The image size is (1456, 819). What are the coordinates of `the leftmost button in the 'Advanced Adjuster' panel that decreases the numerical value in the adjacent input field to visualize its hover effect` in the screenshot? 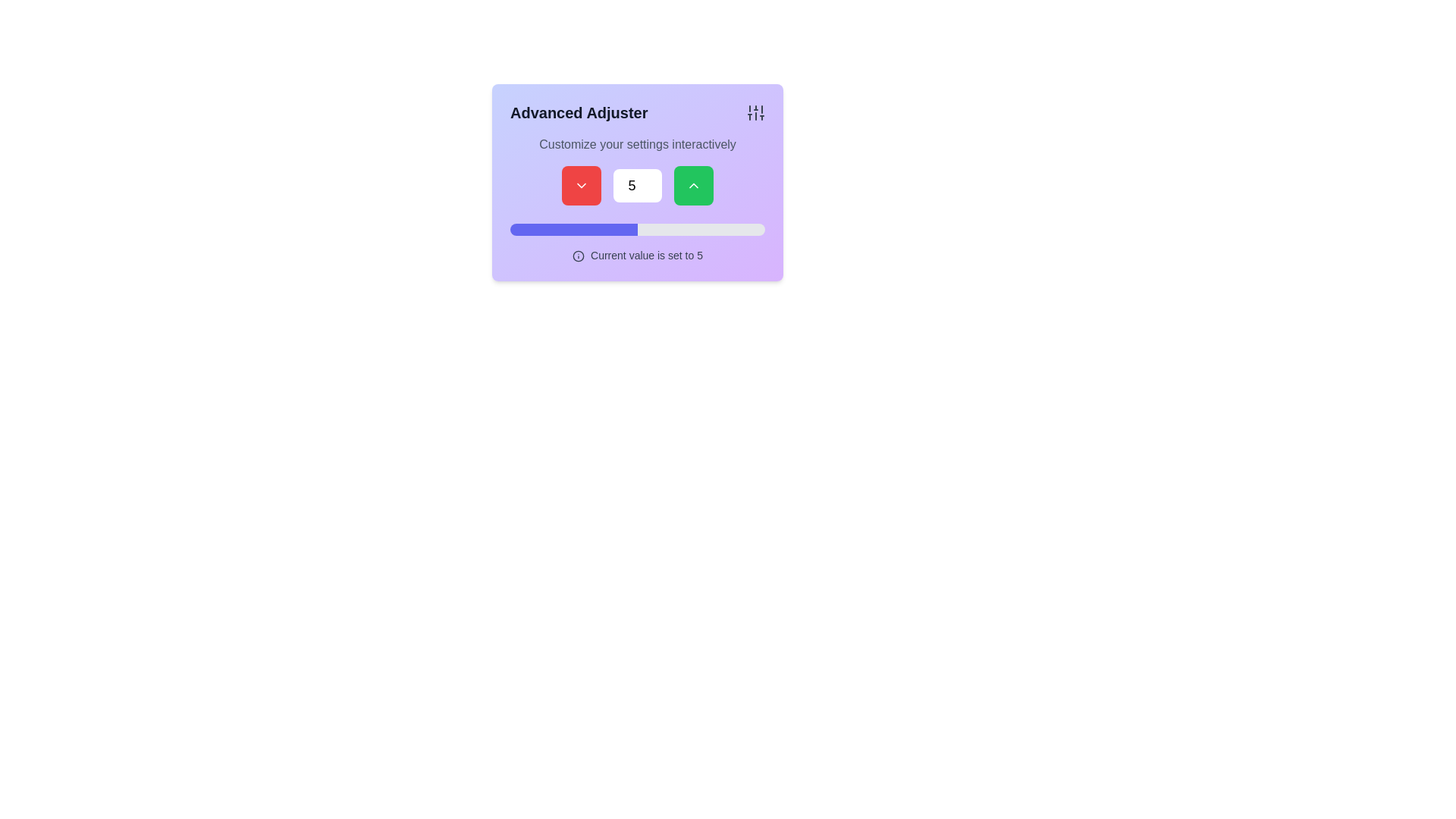 It's located at (581, 185).